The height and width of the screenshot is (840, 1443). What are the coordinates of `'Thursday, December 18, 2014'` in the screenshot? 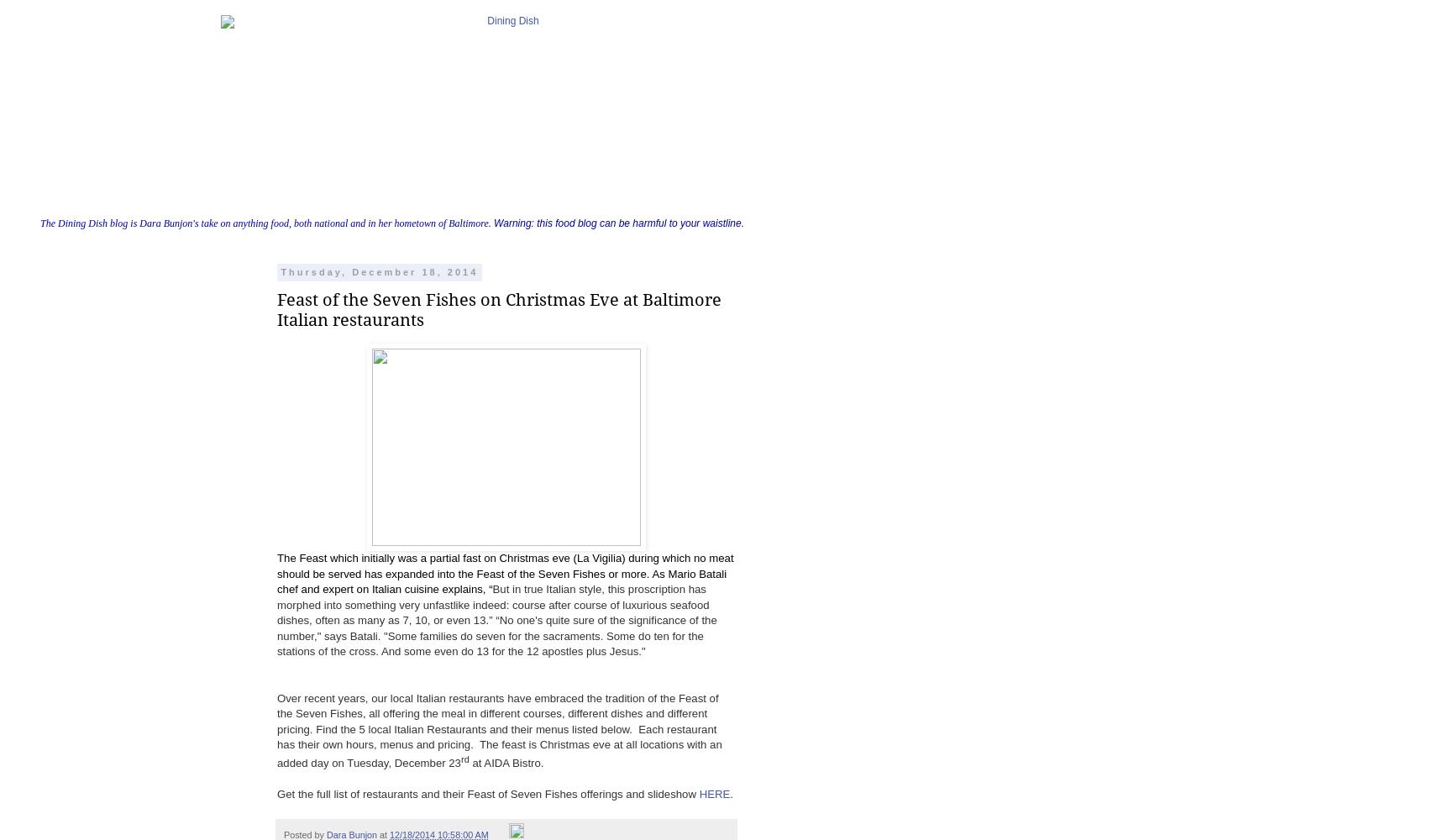 It's located at (280, 271).